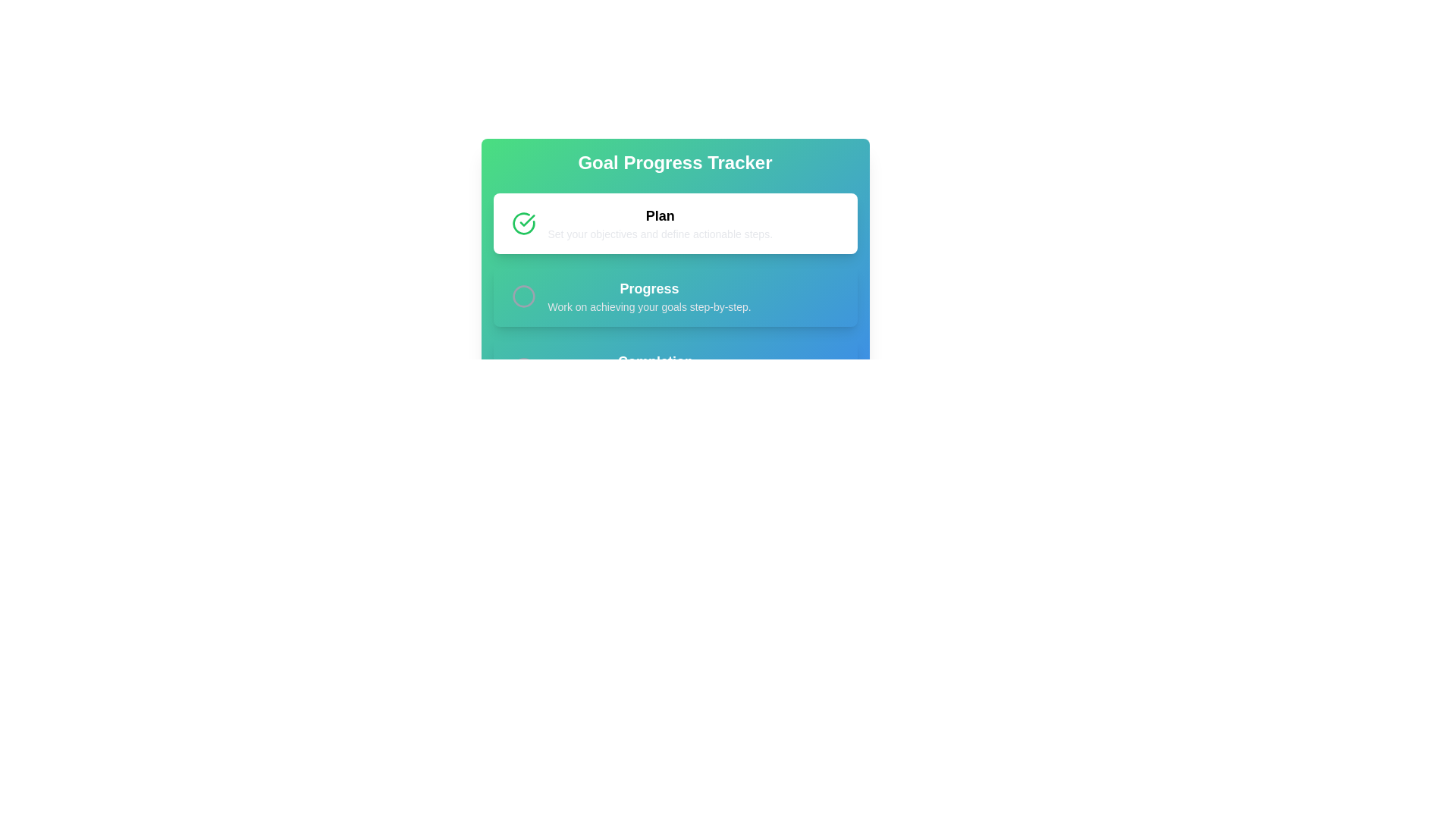 This screenshot has height=819, width=1456. I want to click on the descriptive text element located below the 'Progress' heading, which provides additional context related to the 'Progress' section, so click(649, 307).